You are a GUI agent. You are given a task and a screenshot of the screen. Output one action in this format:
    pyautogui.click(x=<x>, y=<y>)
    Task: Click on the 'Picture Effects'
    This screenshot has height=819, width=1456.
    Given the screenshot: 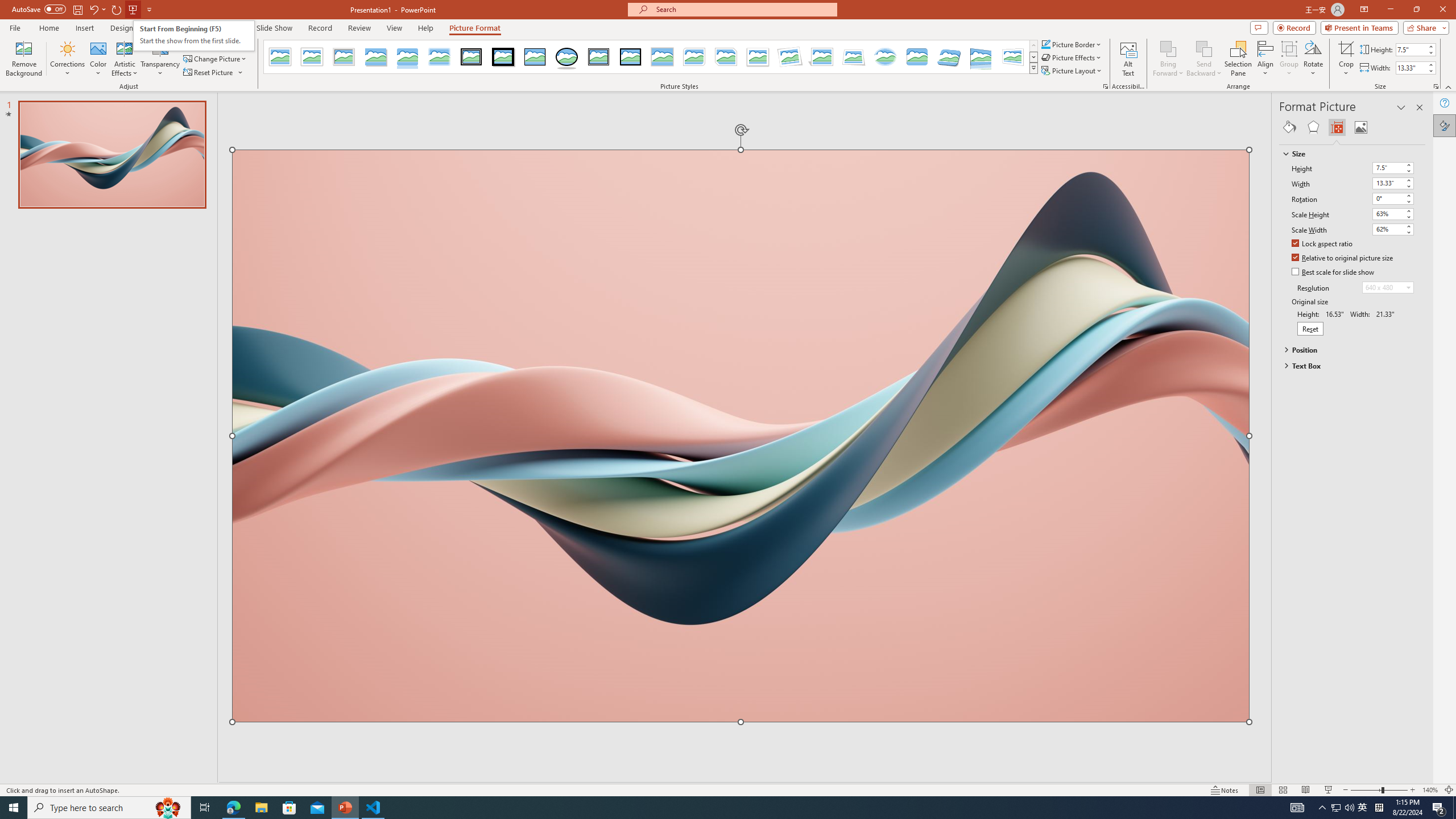 What is the action you would take?
    pyautogui.click(x=1072, y=56)
    